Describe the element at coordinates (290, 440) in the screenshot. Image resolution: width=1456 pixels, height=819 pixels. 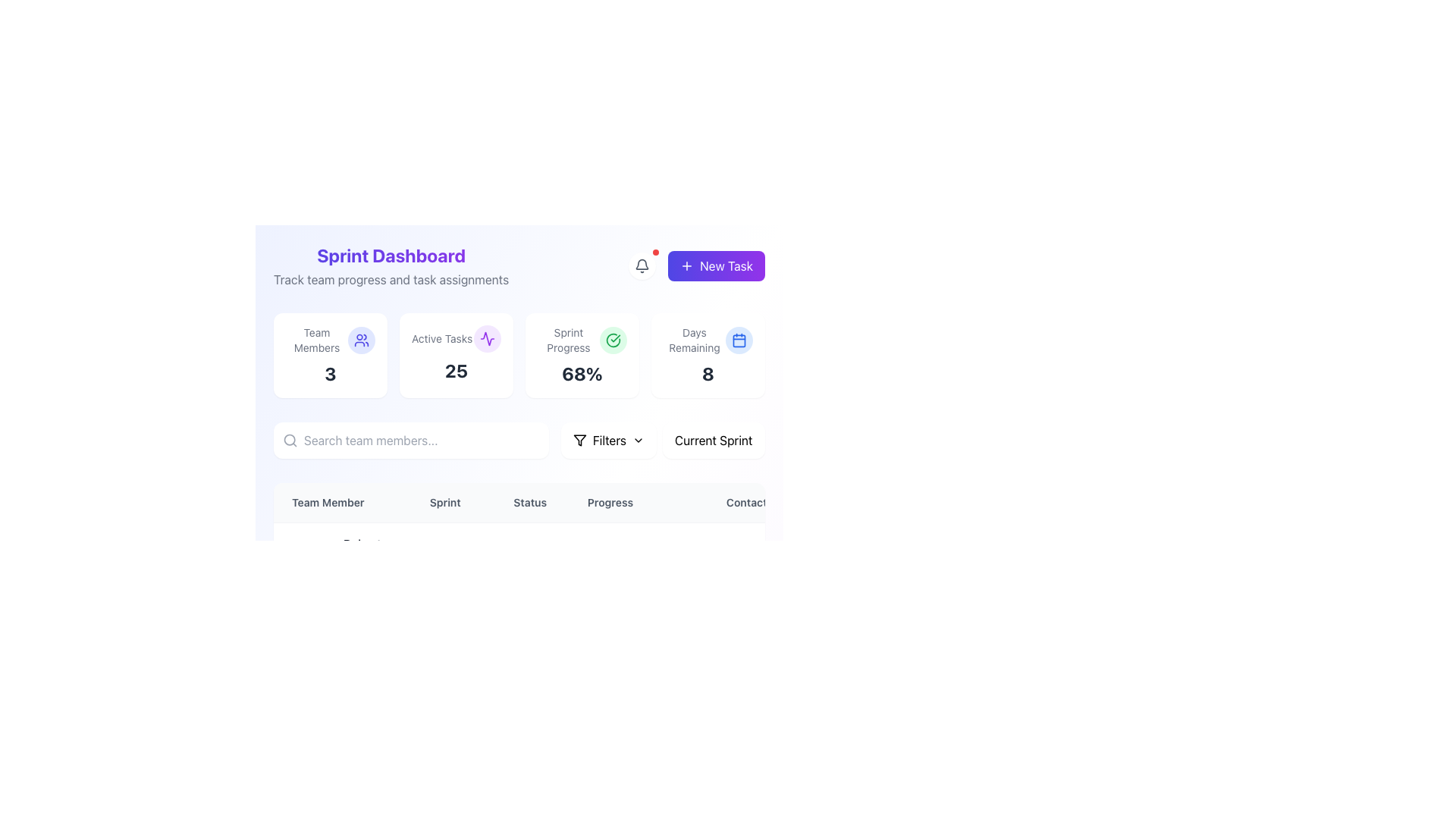
I see `the SVG circle element representing part of the search icon inside the search input bar, located below the summary statistics area` at that location.